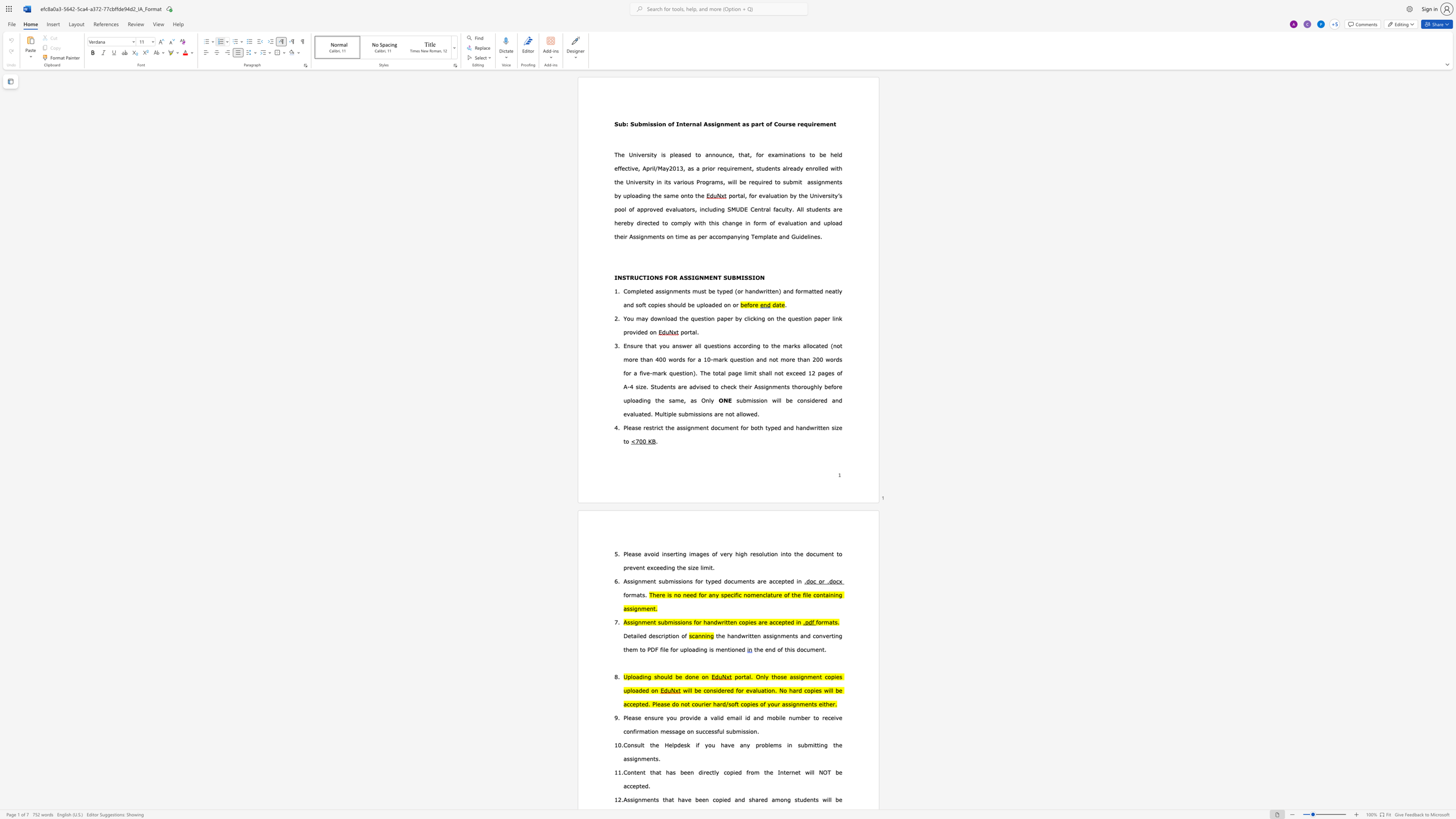 This screenshot has width=1456, height=819. I want to click on the 5th character "s" in the text, so click(680, 580).